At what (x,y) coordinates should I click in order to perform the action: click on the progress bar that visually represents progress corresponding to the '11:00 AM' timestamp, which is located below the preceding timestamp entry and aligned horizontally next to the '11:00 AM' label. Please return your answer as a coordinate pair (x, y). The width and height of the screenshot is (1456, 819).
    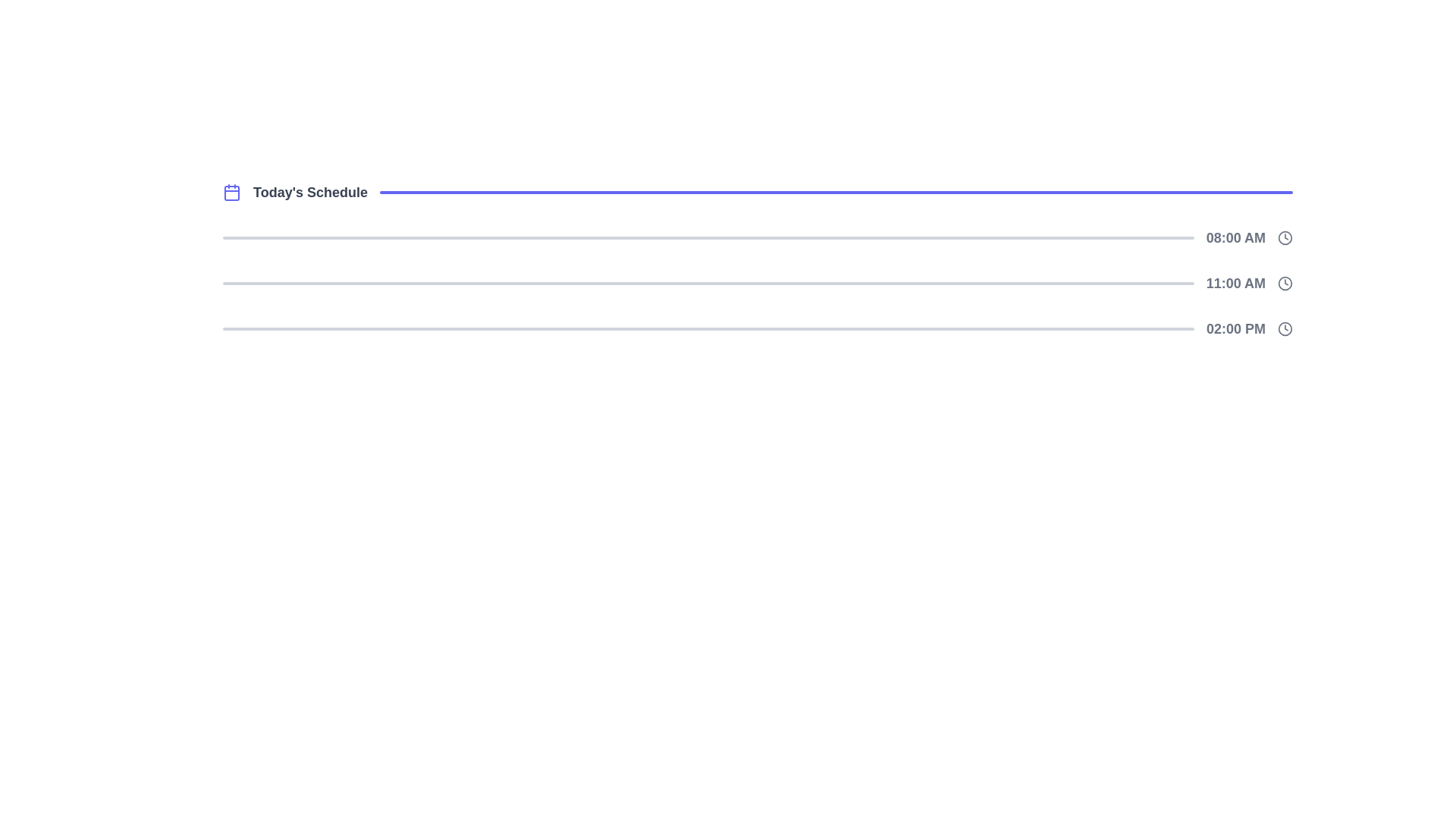
    Looking at the image, I should click on (708, 284).